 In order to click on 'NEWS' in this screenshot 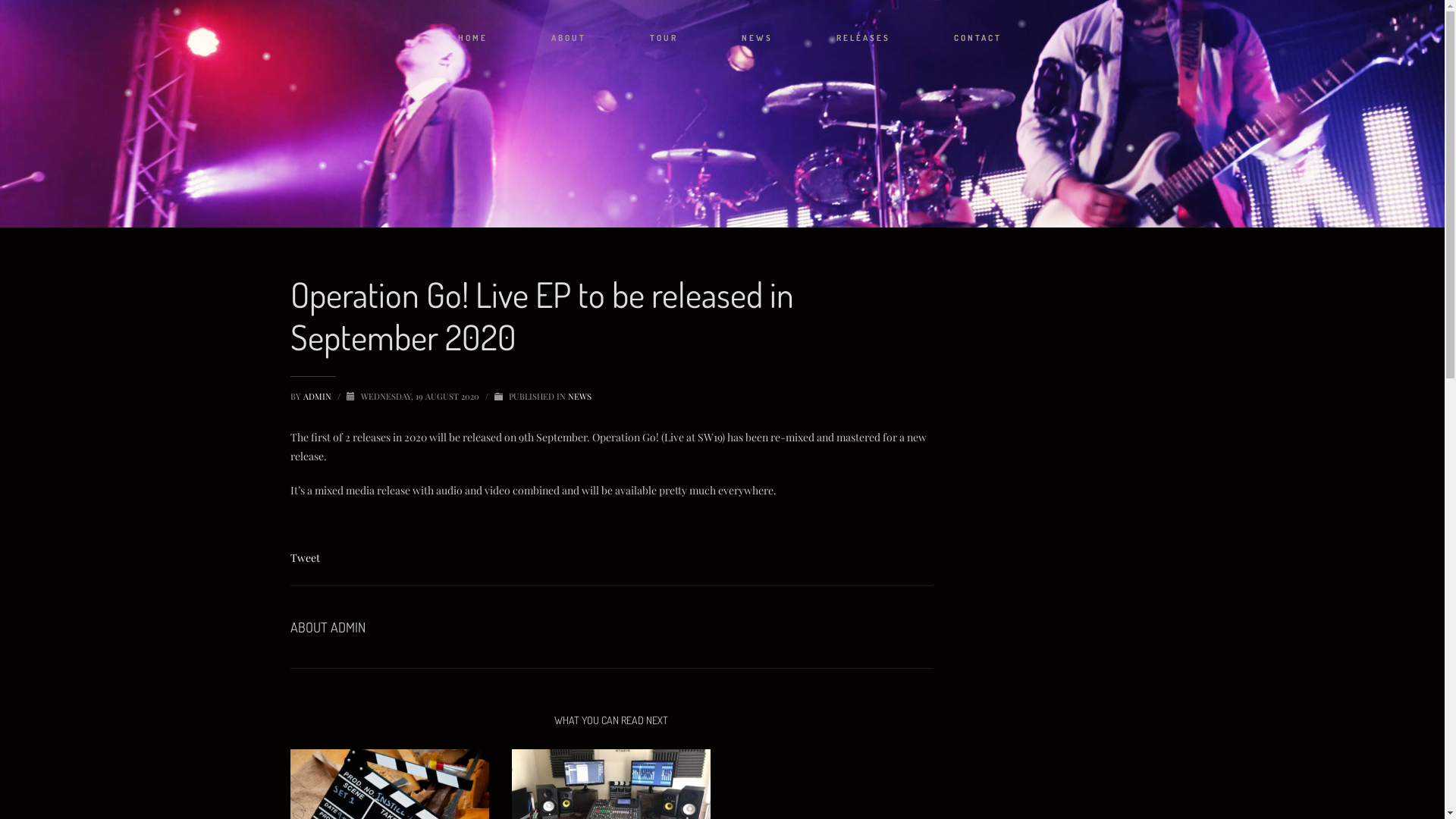, I will do `click(578, 395)`.